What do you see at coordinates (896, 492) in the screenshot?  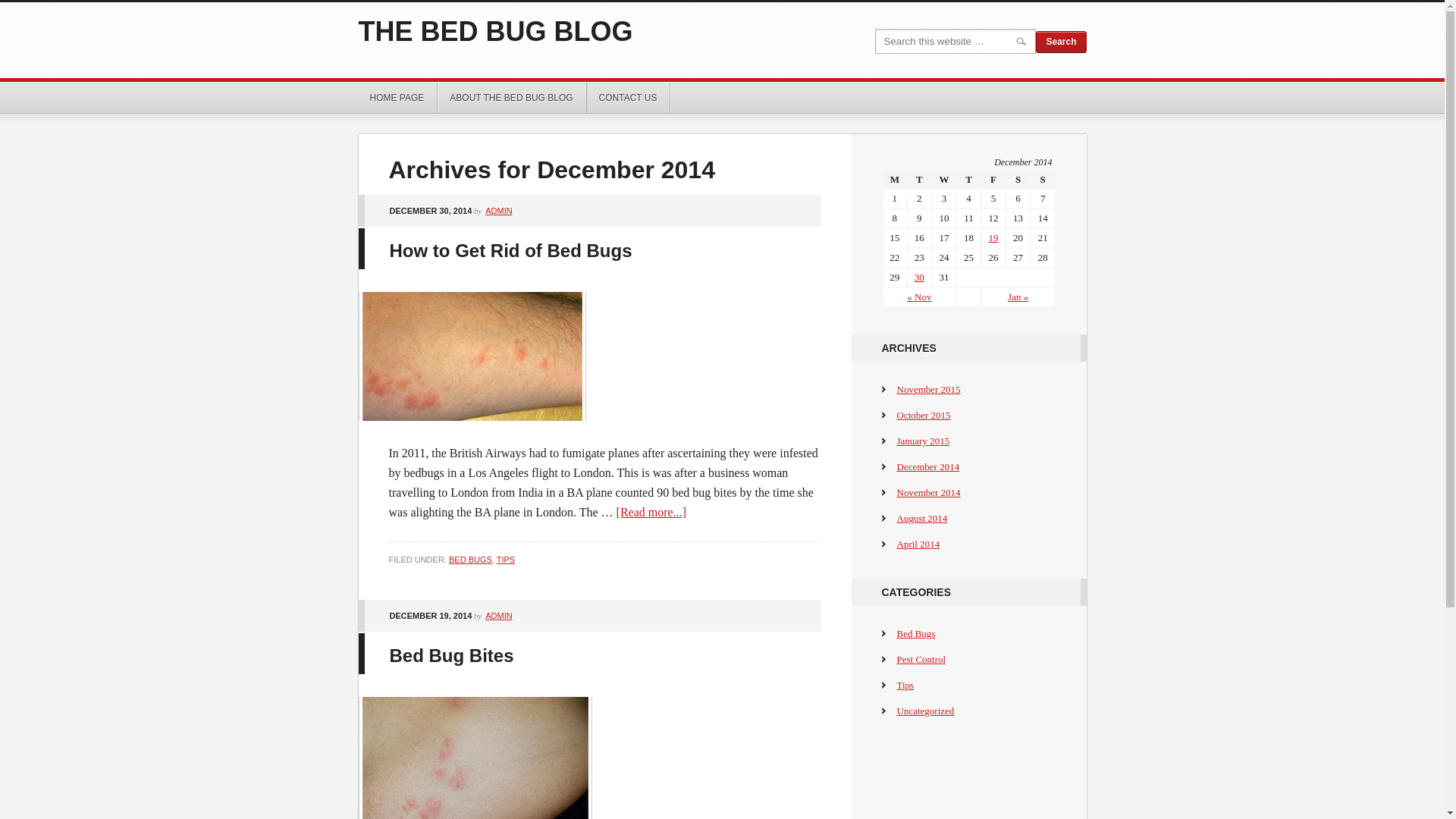 I see `'November 2014'` at bounding box center [896, 492].